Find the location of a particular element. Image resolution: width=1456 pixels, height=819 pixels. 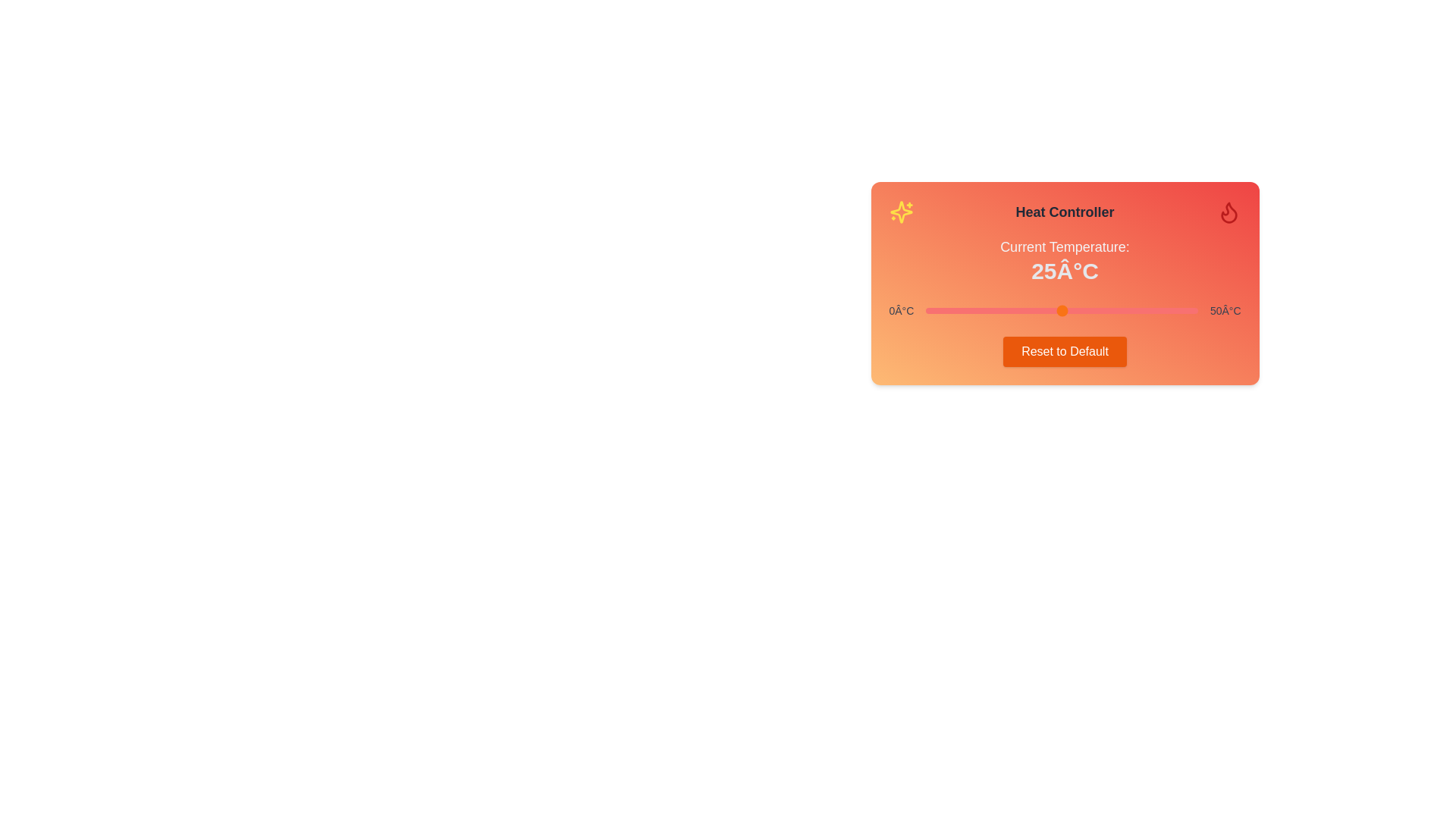

the Sparkles icon to interact with it is located at coordinates (901, 212).